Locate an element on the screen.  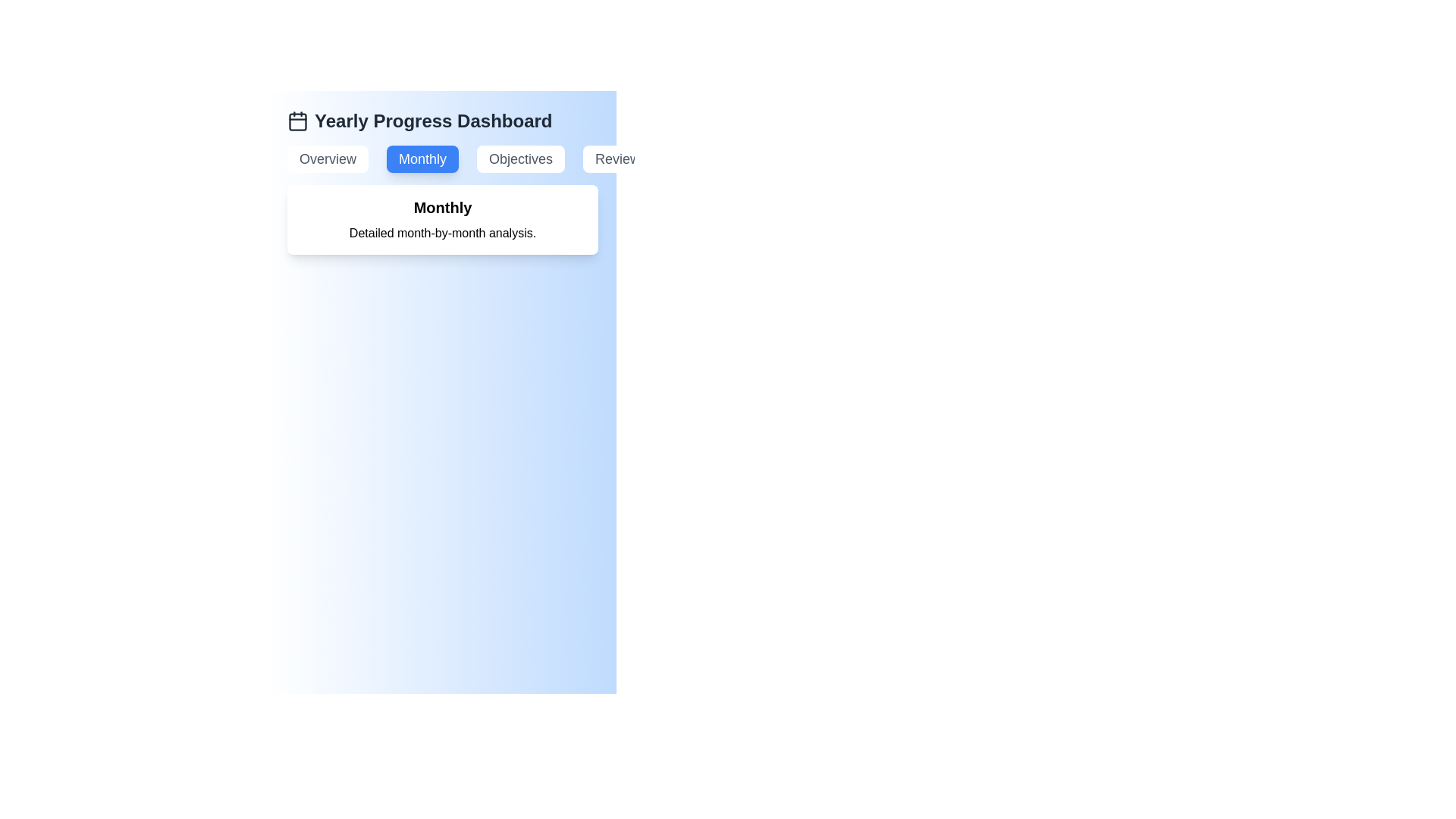
the tab labeled 'Objectives' to activate it is located at coordinates (521, 158).